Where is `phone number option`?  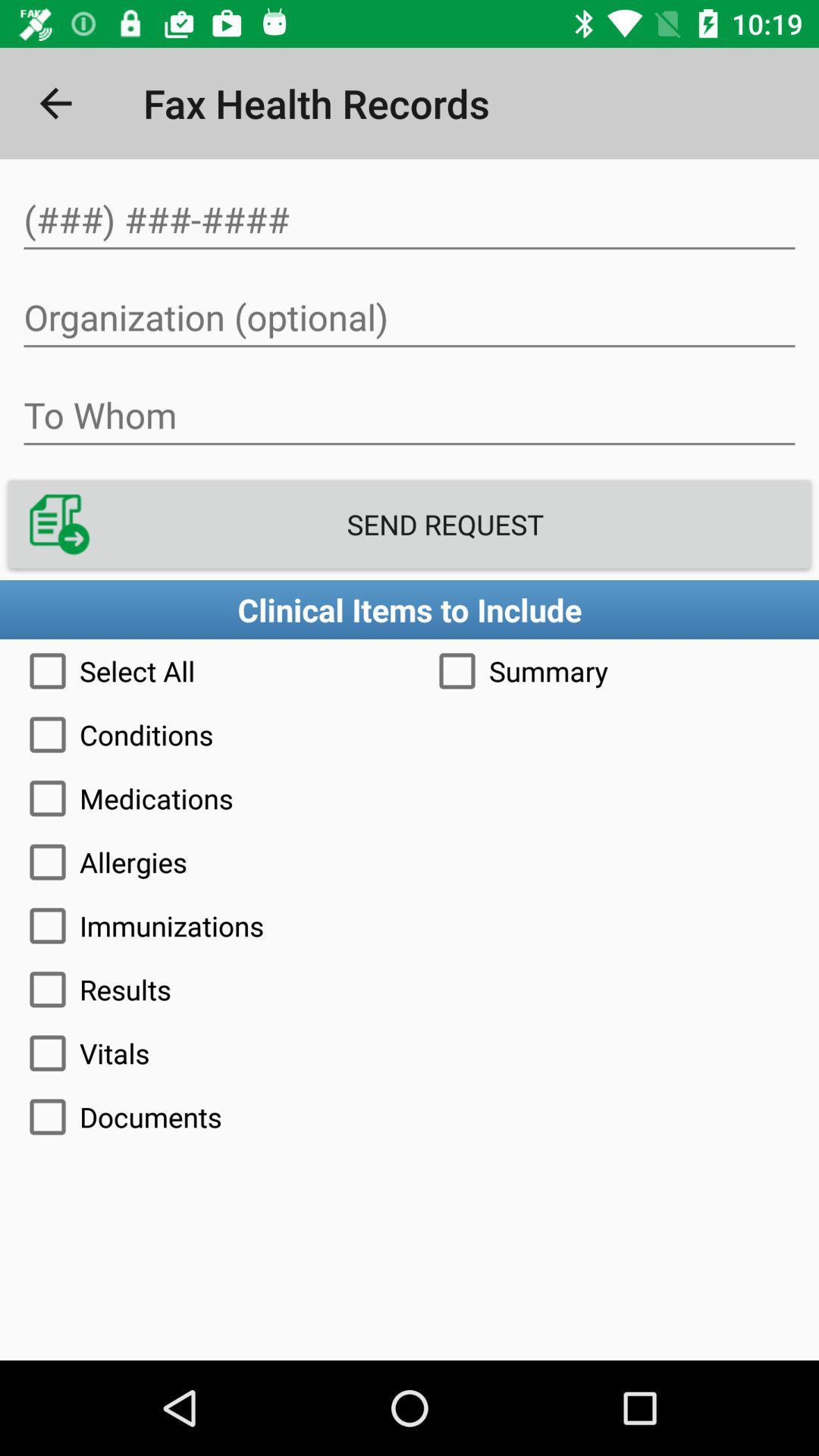
phone number option is located at coordinates (409, 219).